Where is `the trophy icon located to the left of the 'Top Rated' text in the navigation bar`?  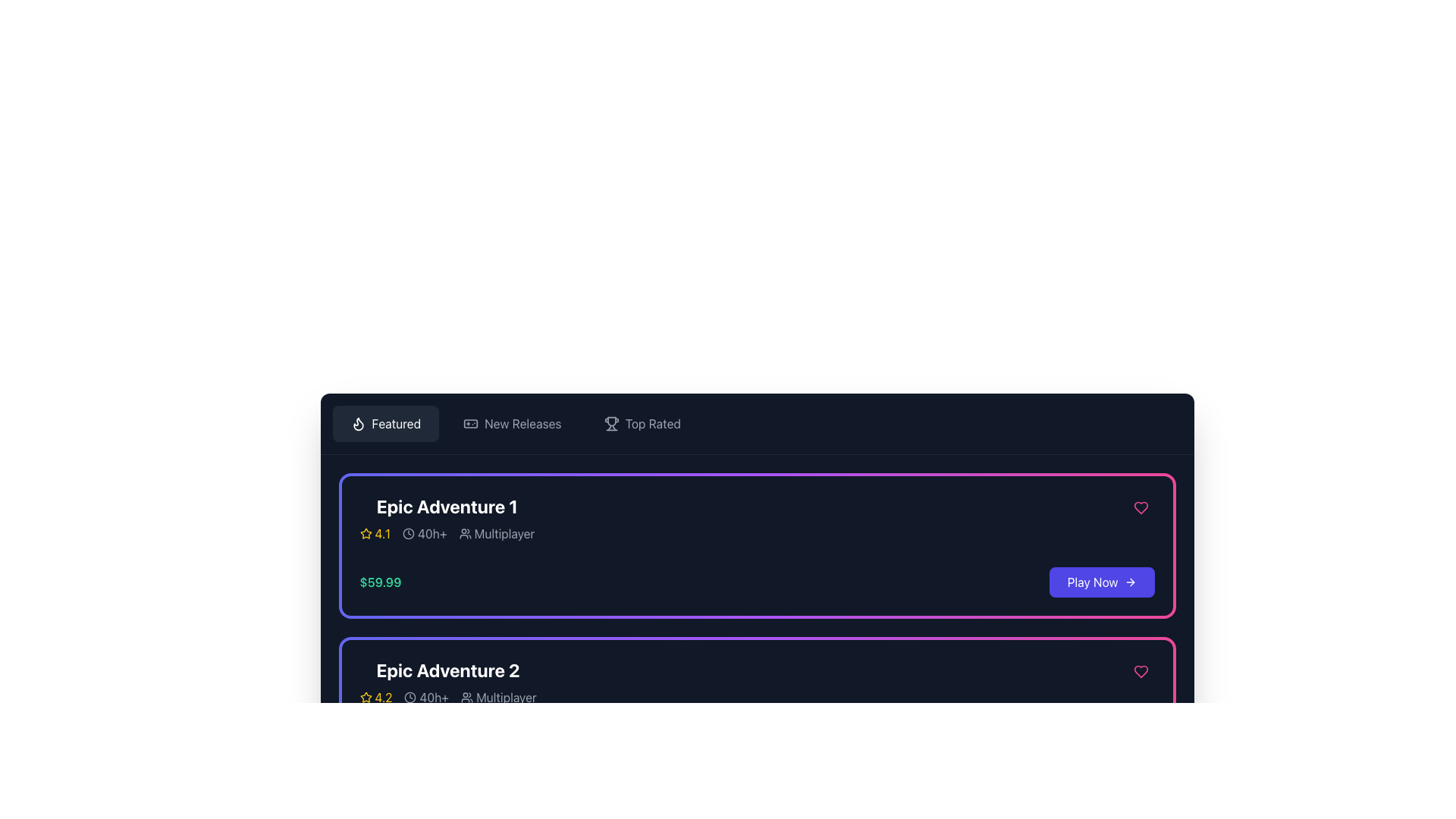
the trophy icon located to the left of the 'Top Rated' text in the navigation bar is located at coordinates (611, 424).